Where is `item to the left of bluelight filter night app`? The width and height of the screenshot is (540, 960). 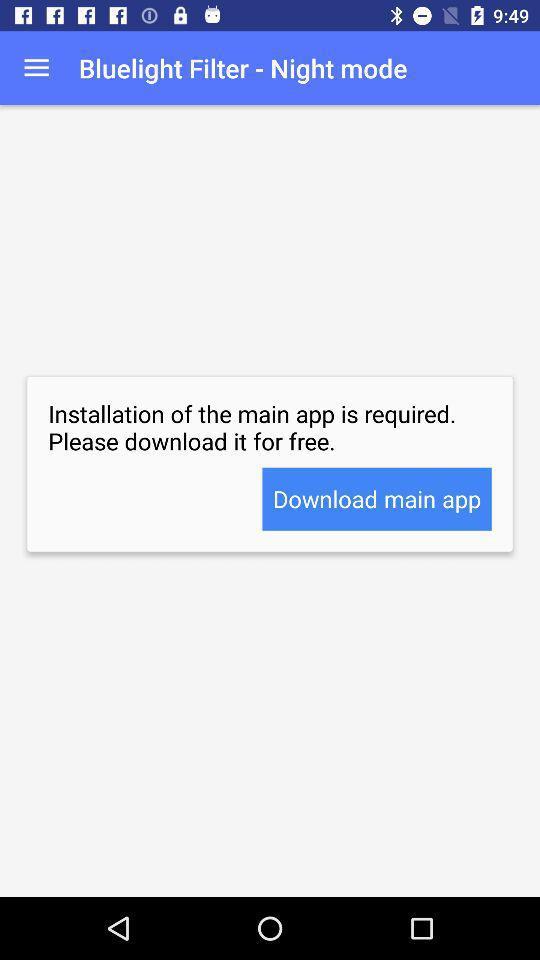 item to the left of bluelight filter night app is located at coordinates (36, 68).